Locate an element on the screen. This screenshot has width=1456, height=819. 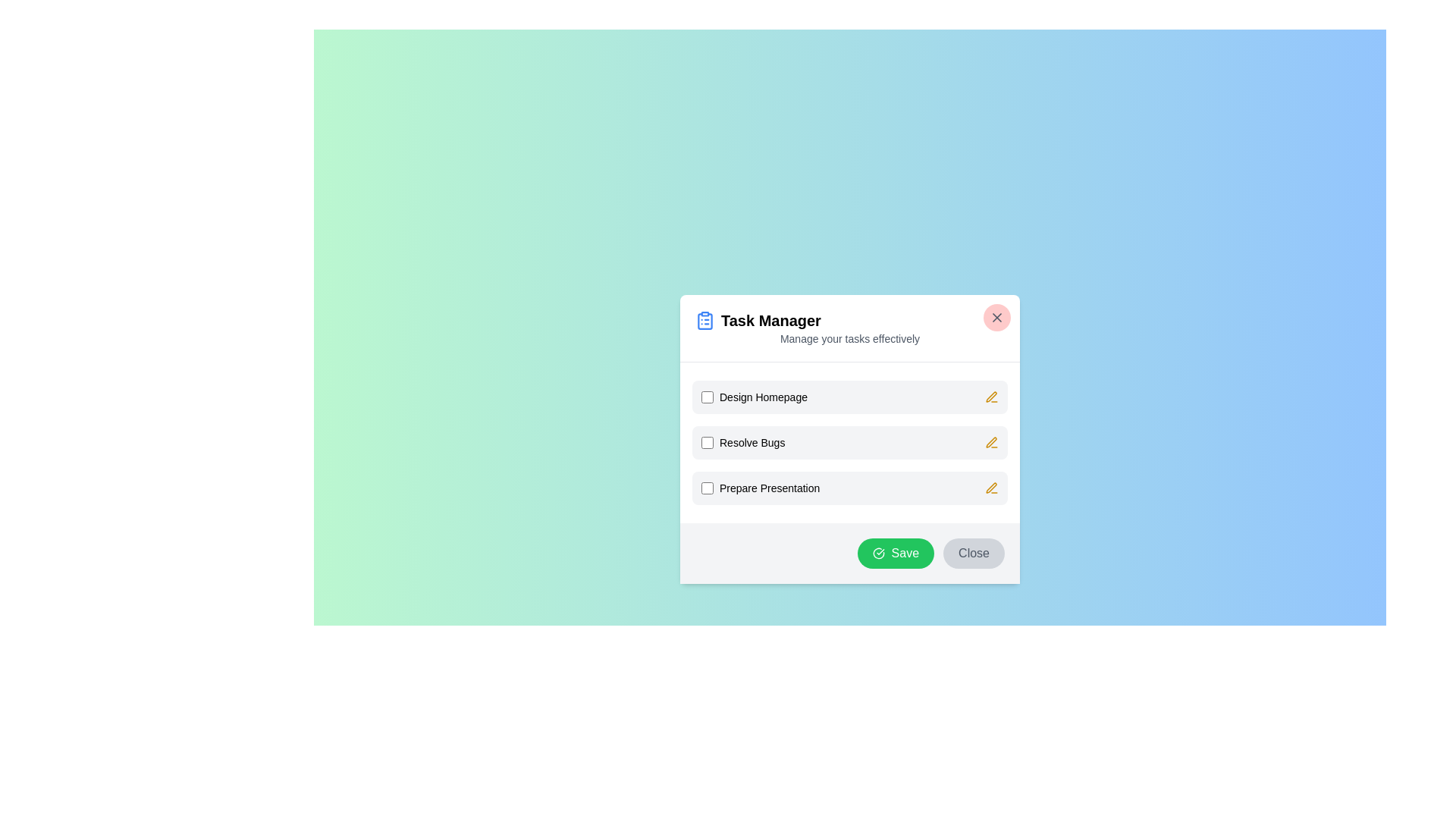
the scrollable list of tasks in the 'Task Manager' modal is located at coordinates (850, 441).